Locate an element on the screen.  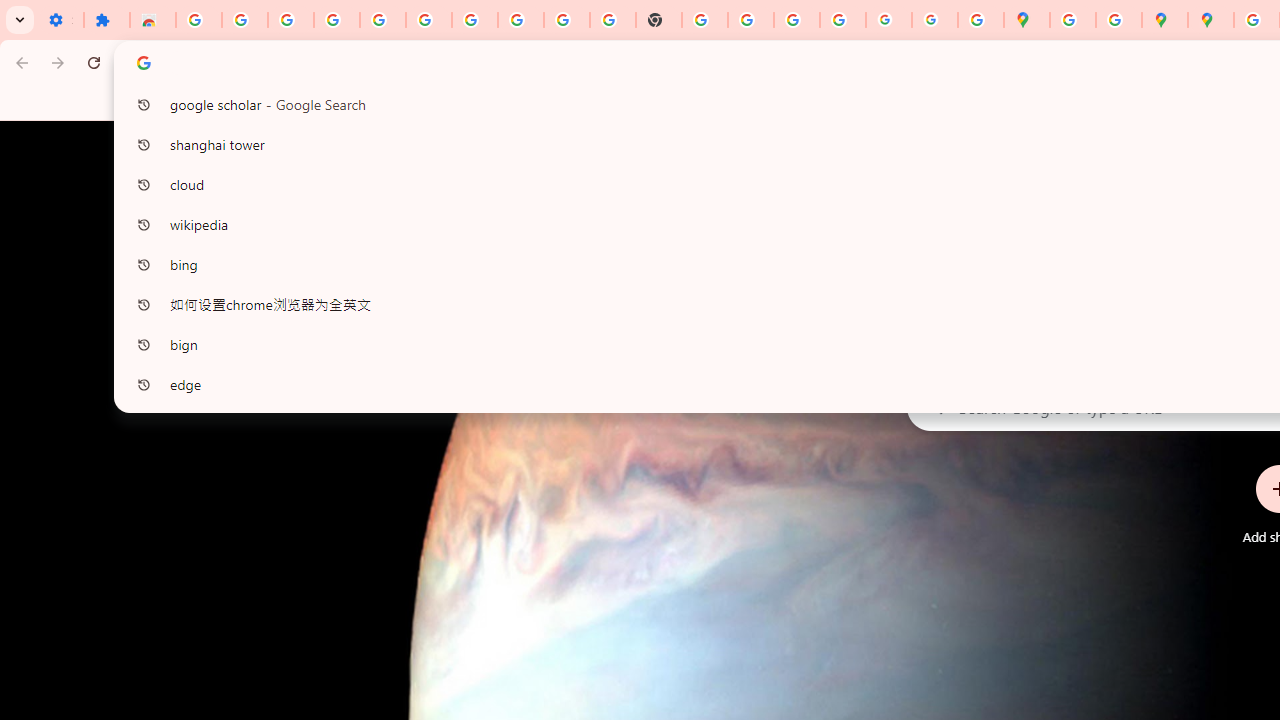
'Reviews: Helix Fruit Jump Arcade Game' is located at coordinates (152, 20).